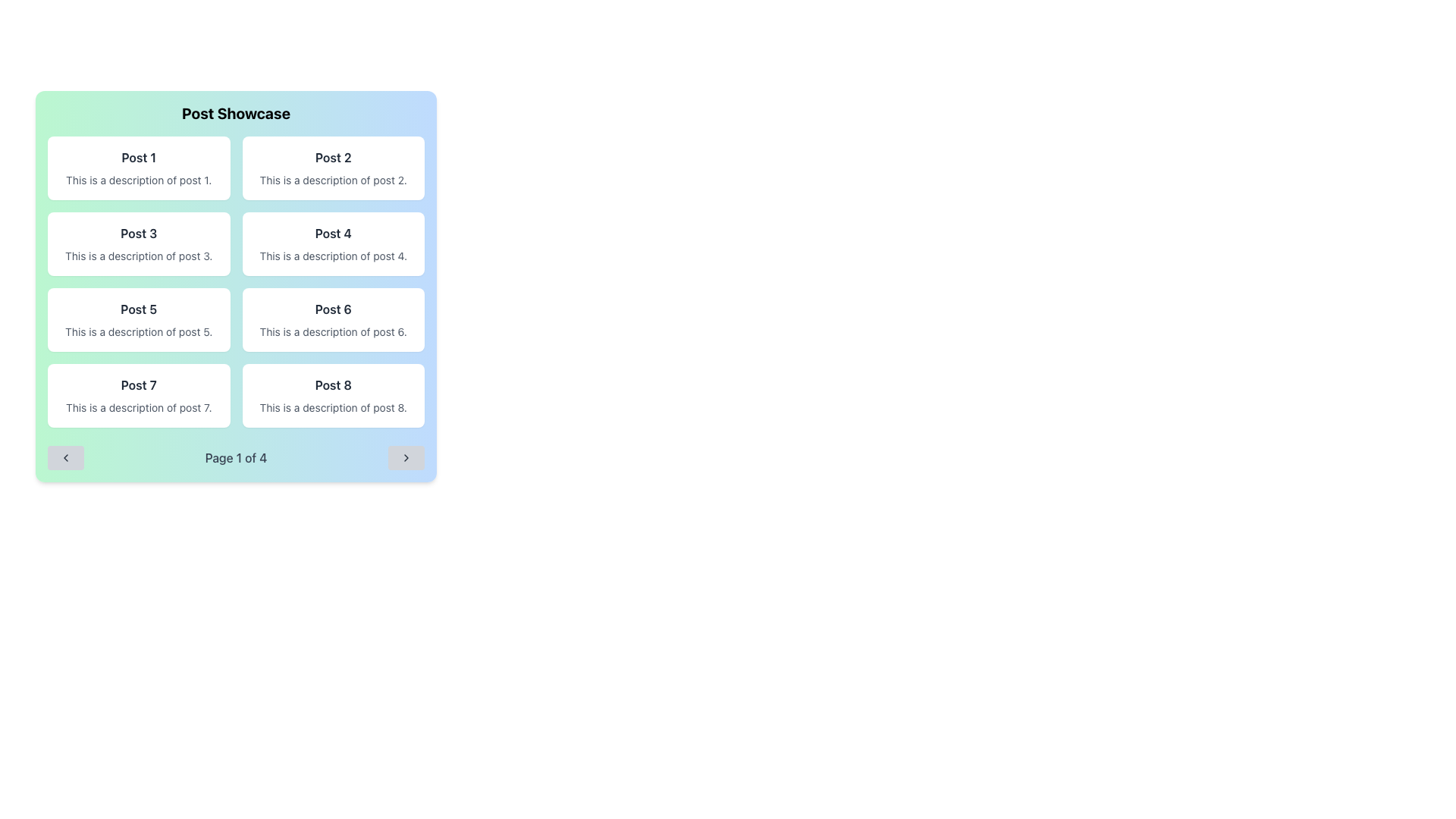  I want to click on contents of the text element styled in a smaller font and lighter gray color that contains the phrase 'This is a description of post 2.', located below the heading 'Post 2', so click(332, 180).